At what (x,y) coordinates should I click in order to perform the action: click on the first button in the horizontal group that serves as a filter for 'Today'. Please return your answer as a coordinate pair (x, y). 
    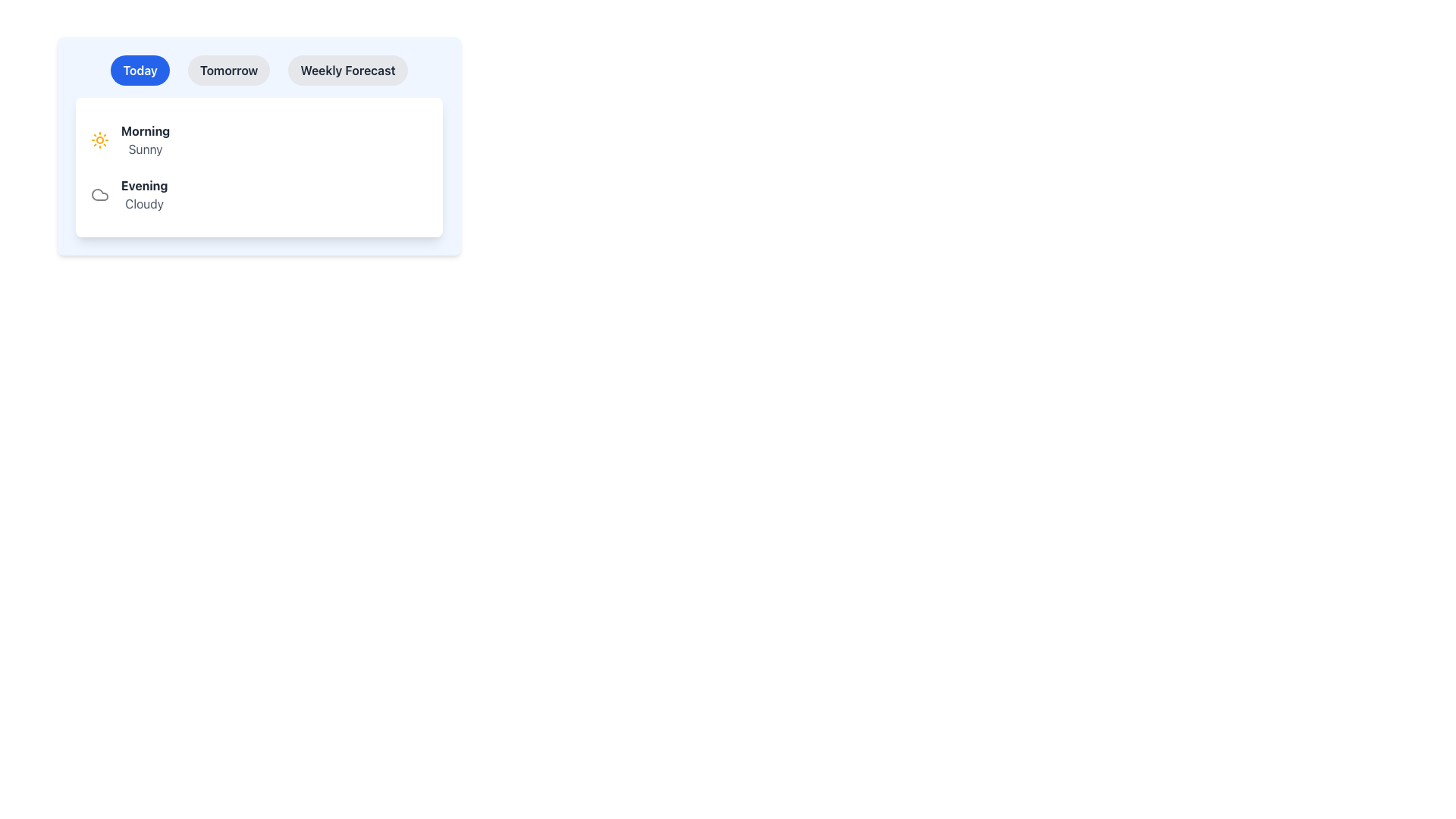
    Looking at the image, I should click on (140, 70).